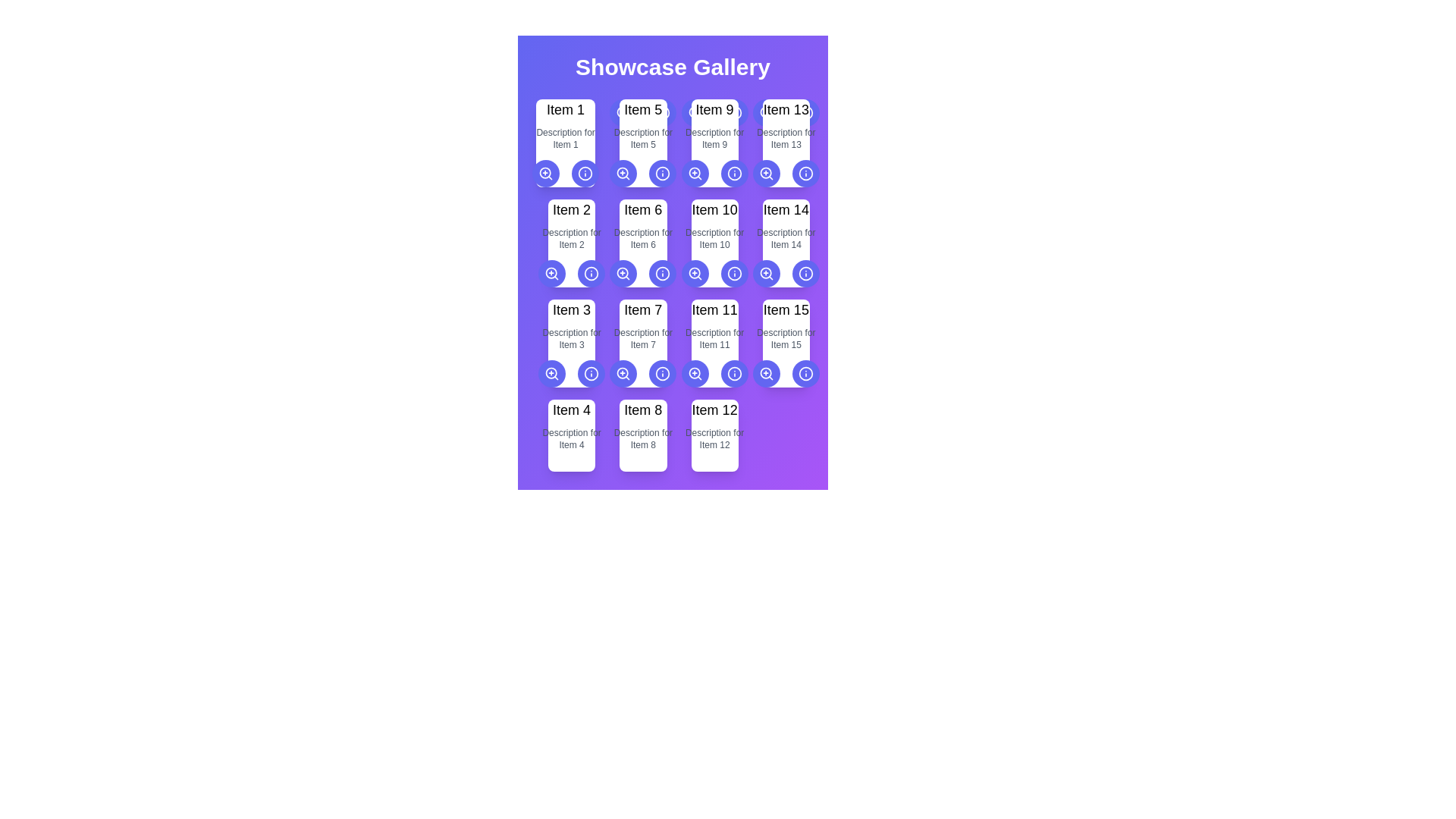  Describe the element at coordinates (734, 112) in the screenshot. I see `the circular button with an indigo background featuring a white 'information' icon, positioned to the right of the 'zoom' button in the horizontal group below 'Item 9'` at that location.